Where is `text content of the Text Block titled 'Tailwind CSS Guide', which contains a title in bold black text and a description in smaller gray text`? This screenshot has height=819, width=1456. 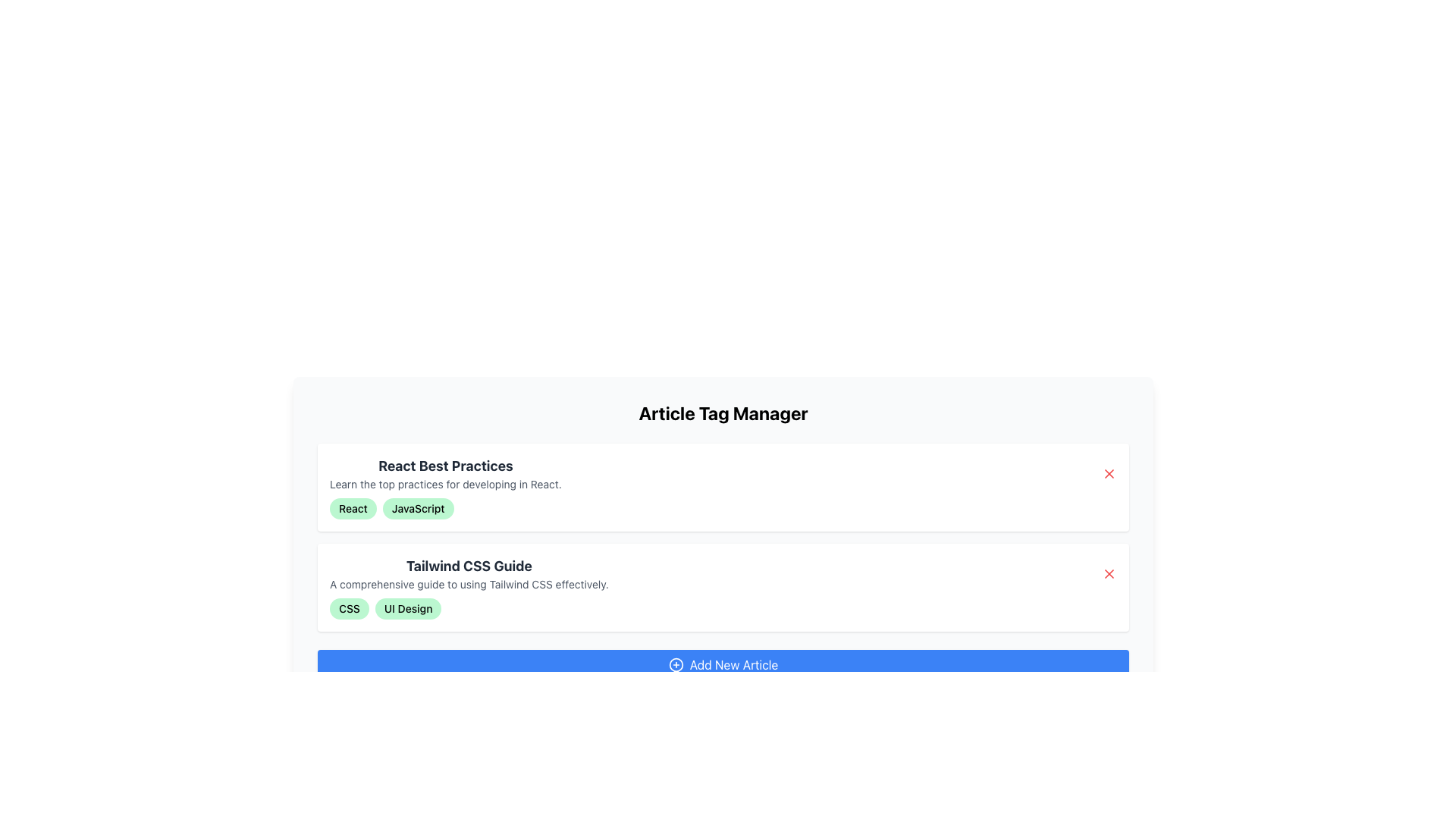 text content of the Text Block titled 'Tailwind CSS Guide', which contains a title in bold black text and a description in smaller gray text is located at coordinates (468, 573).